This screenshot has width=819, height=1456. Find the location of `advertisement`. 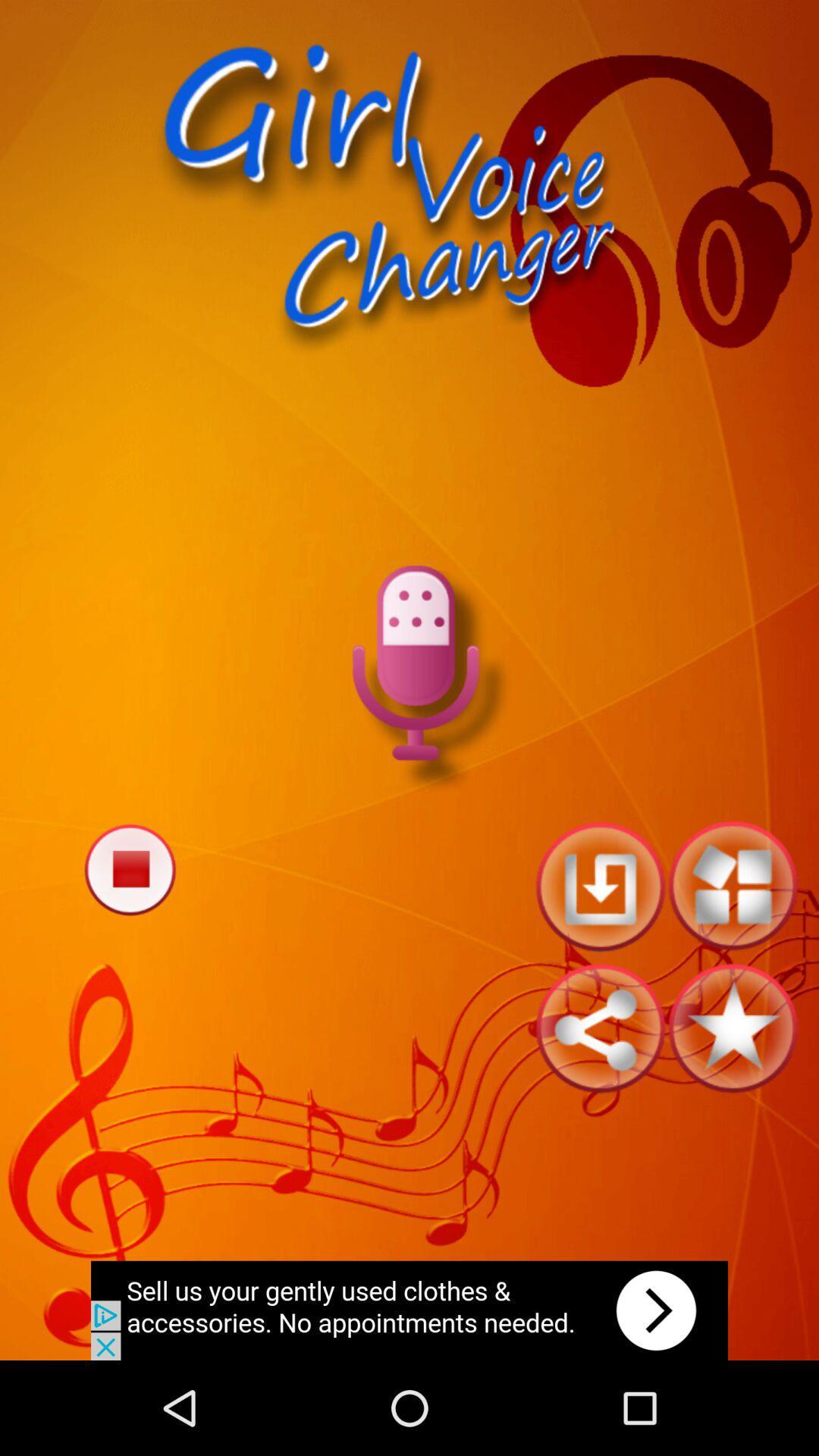

advertisement is located at coordinates (409, 1310).